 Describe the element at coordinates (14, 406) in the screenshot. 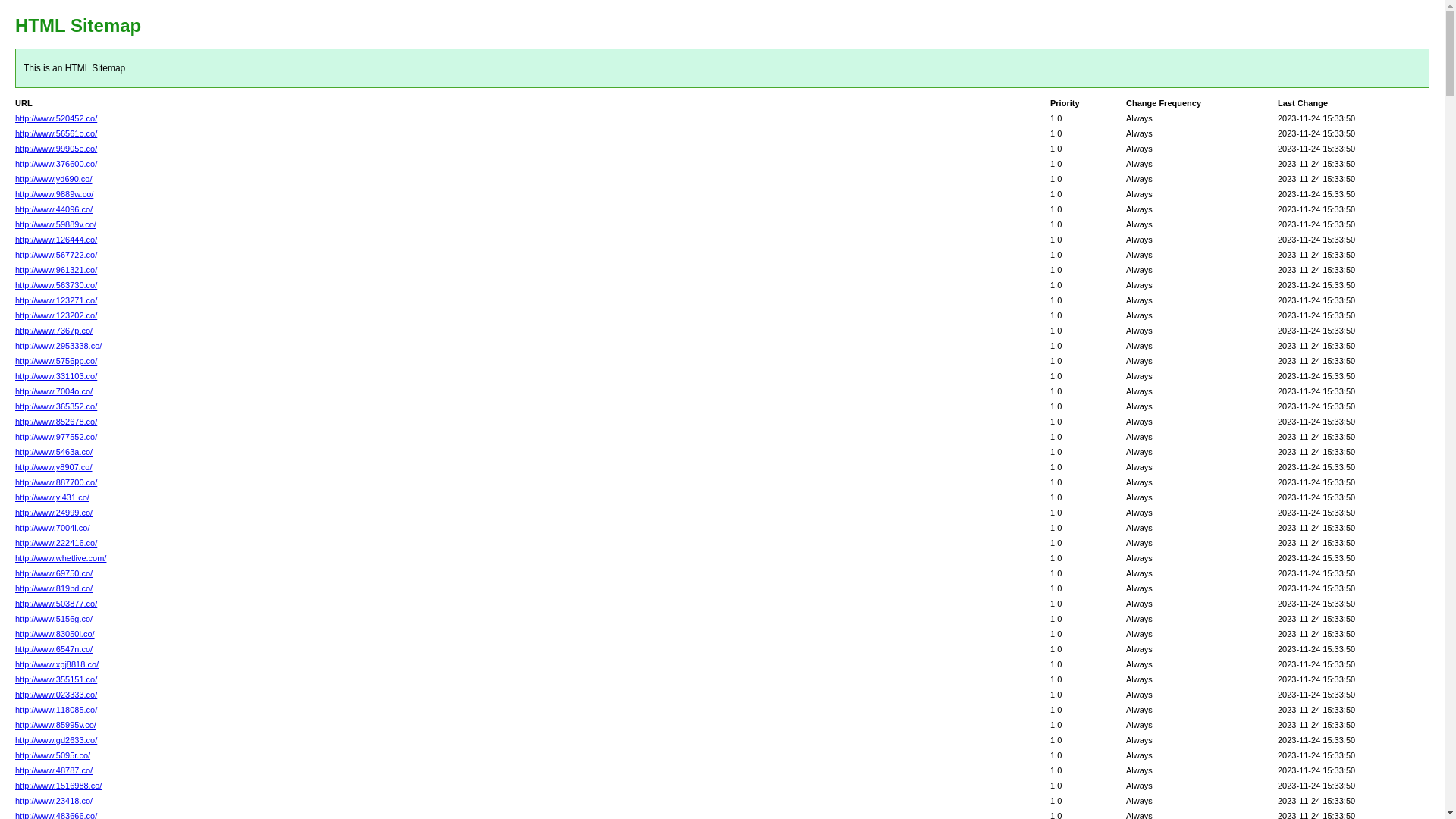

I see `'http://www.365352.co/'` at that location.